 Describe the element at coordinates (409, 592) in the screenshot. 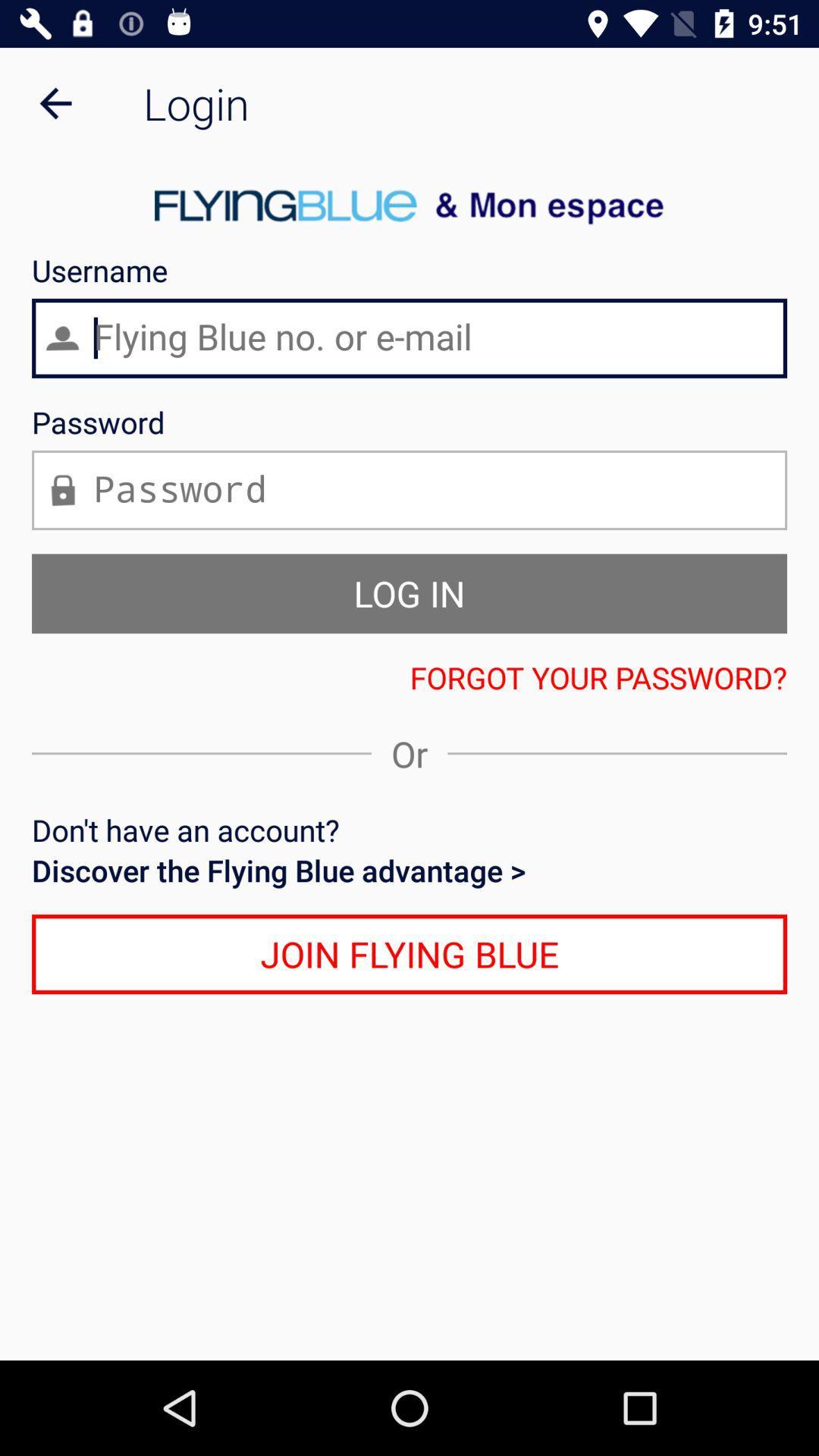

I see `the item above forgot your password?` at that location.